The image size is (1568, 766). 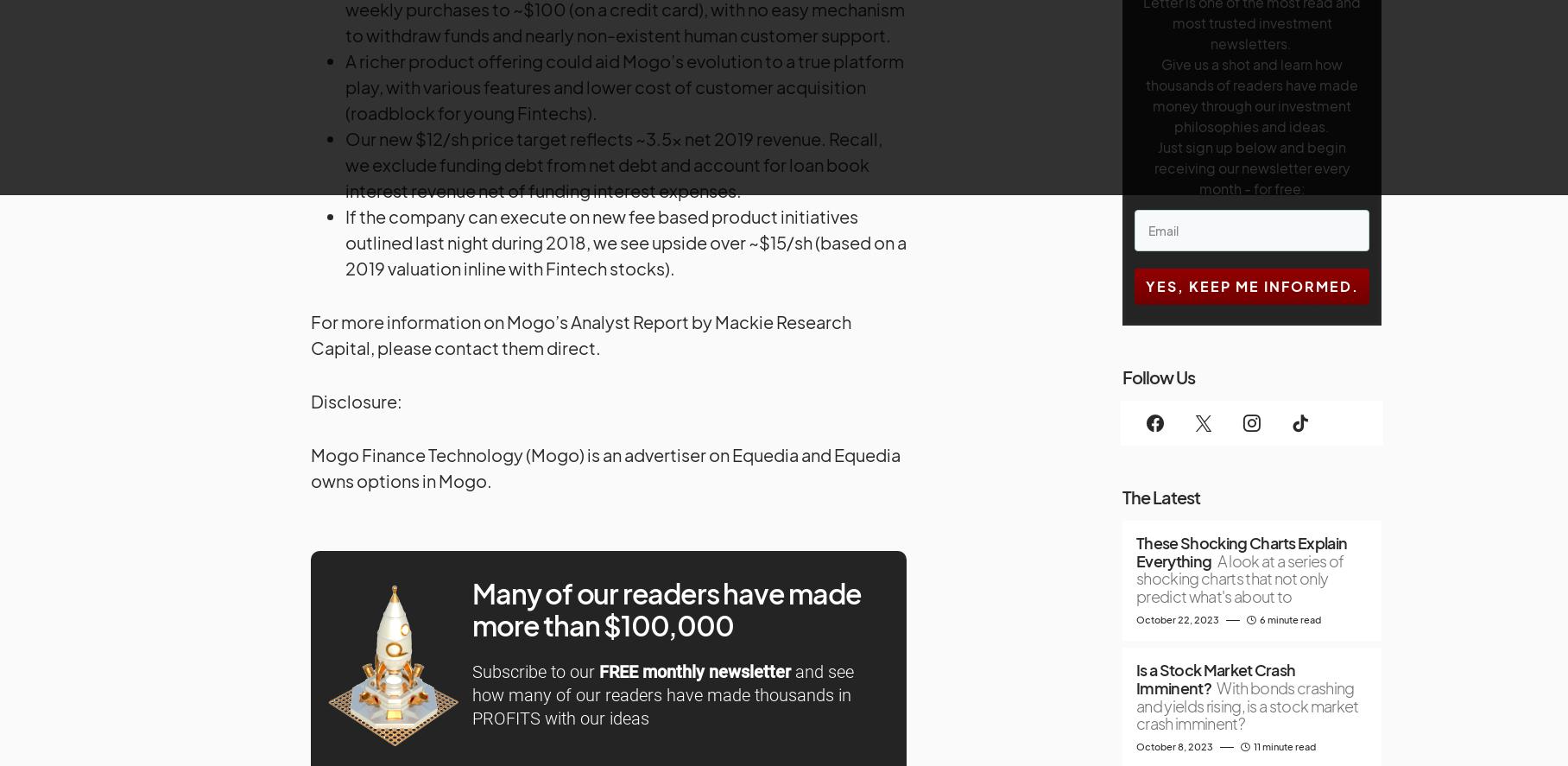 I want to click on 'If the company can execute on new fee based product initiatives outlined last night during 2018, we see upside over ~$15/sh (based on a 2019 valuation inline with Fintech stocks).', so click(x=624, y=241).